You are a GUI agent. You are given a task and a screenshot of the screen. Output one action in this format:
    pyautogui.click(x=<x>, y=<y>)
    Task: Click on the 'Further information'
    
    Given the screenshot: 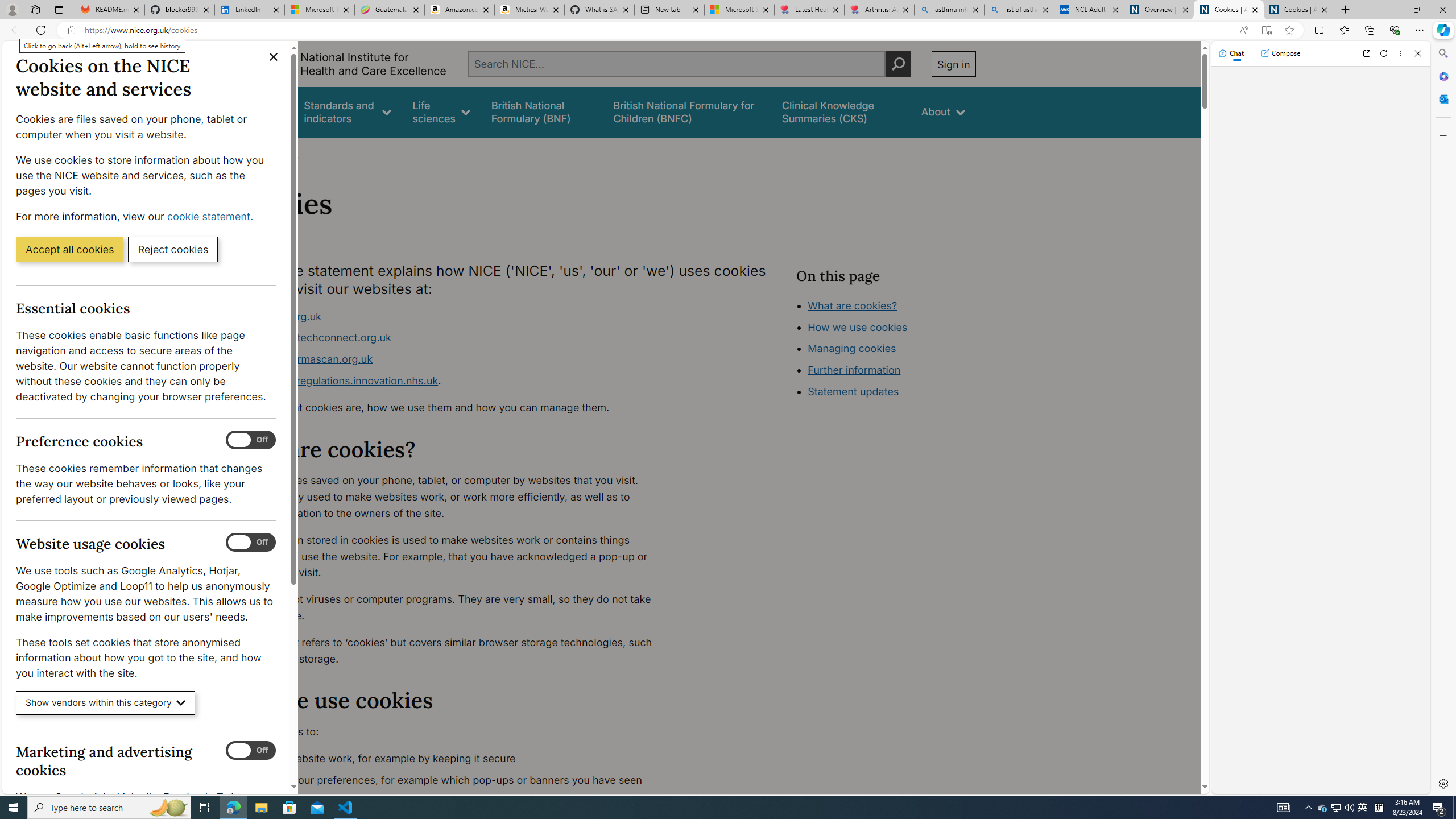 What is the action you would take?
    pyautogui.click(x=854, y=370)
    